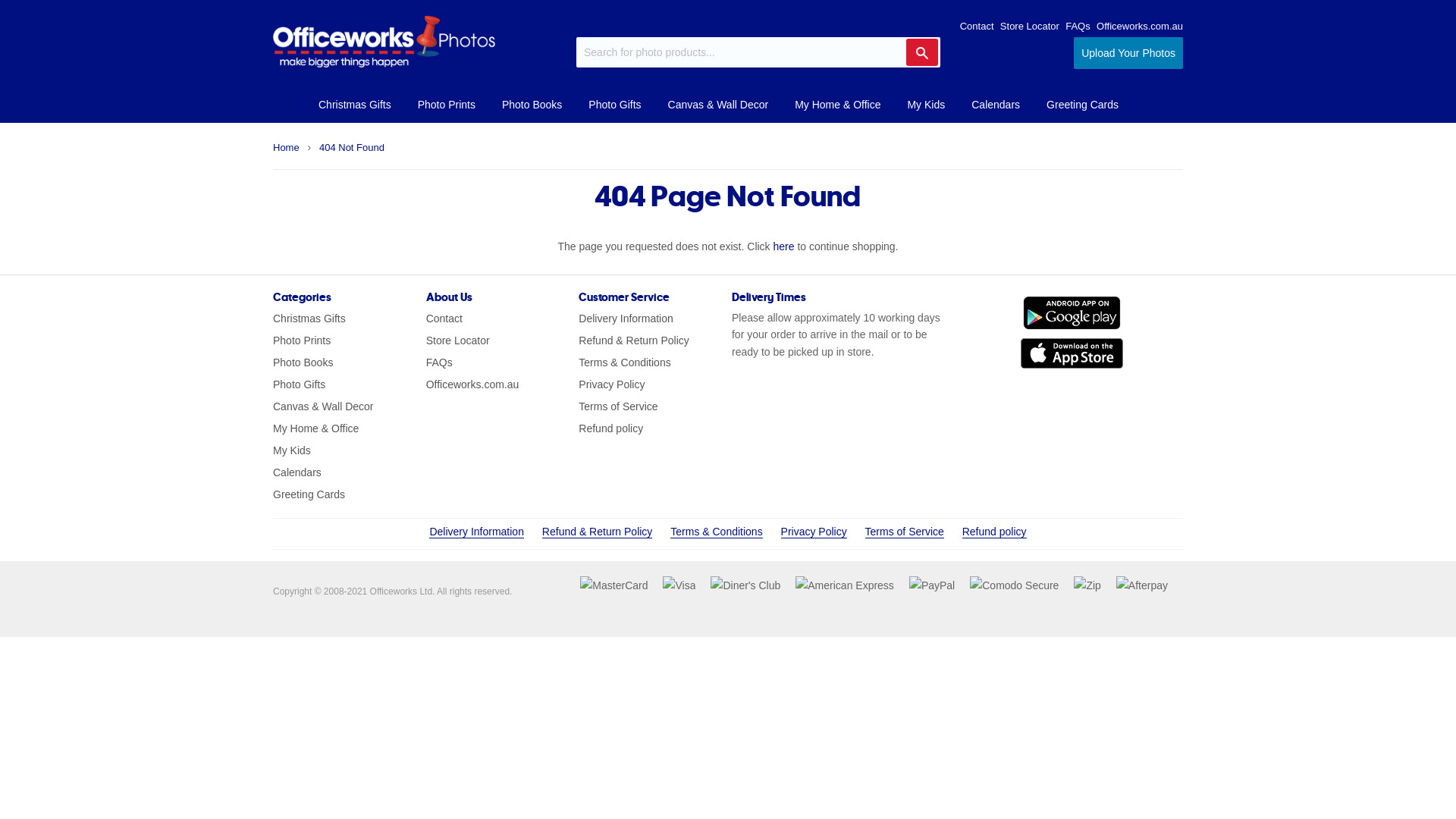 This screenshot has height=819, width=1456. I want to click on 'Greeting Cards', so click(308, 494).